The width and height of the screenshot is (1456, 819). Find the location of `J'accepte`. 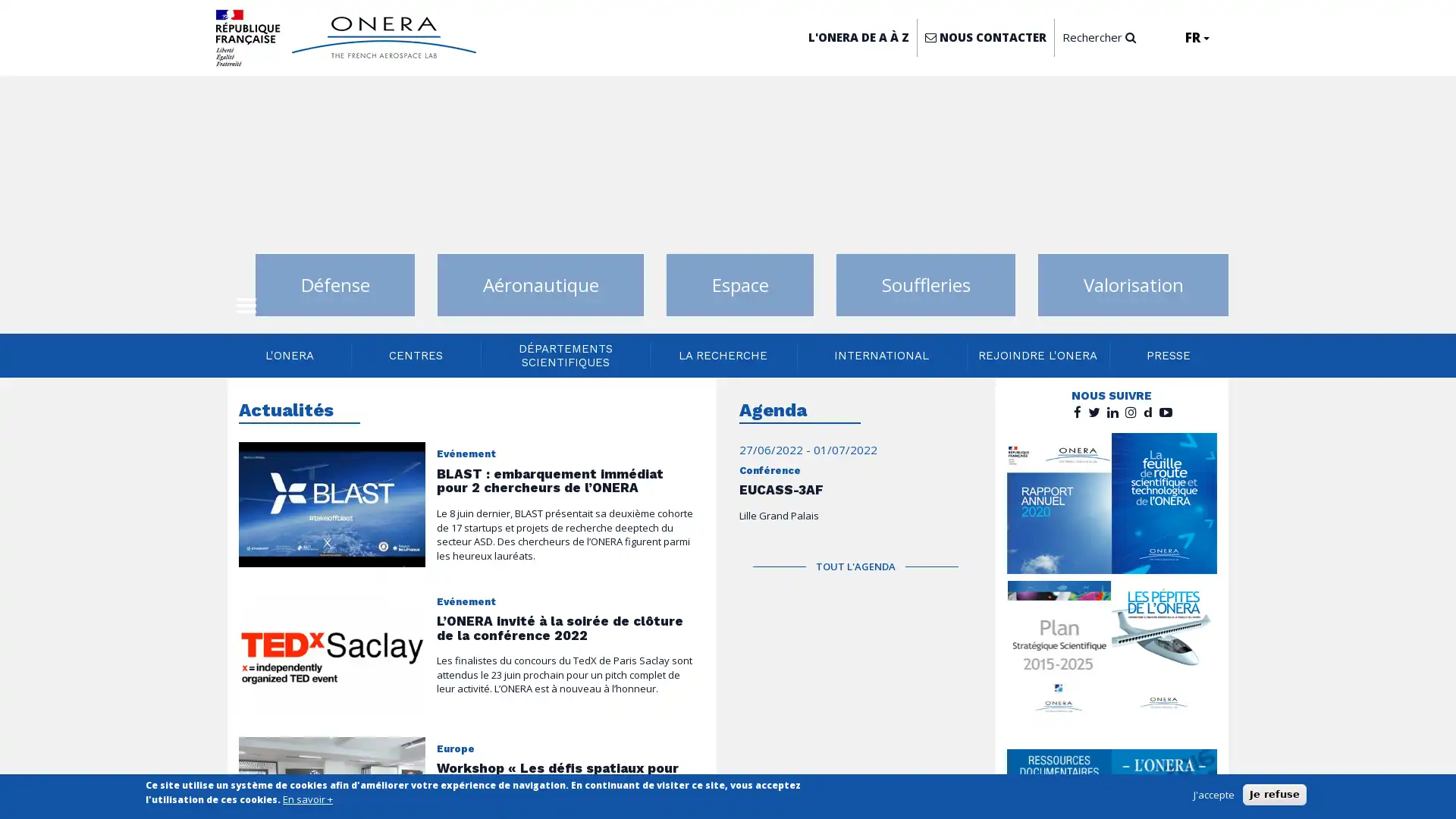

J'accepte is located at coordinates (1214, 793).